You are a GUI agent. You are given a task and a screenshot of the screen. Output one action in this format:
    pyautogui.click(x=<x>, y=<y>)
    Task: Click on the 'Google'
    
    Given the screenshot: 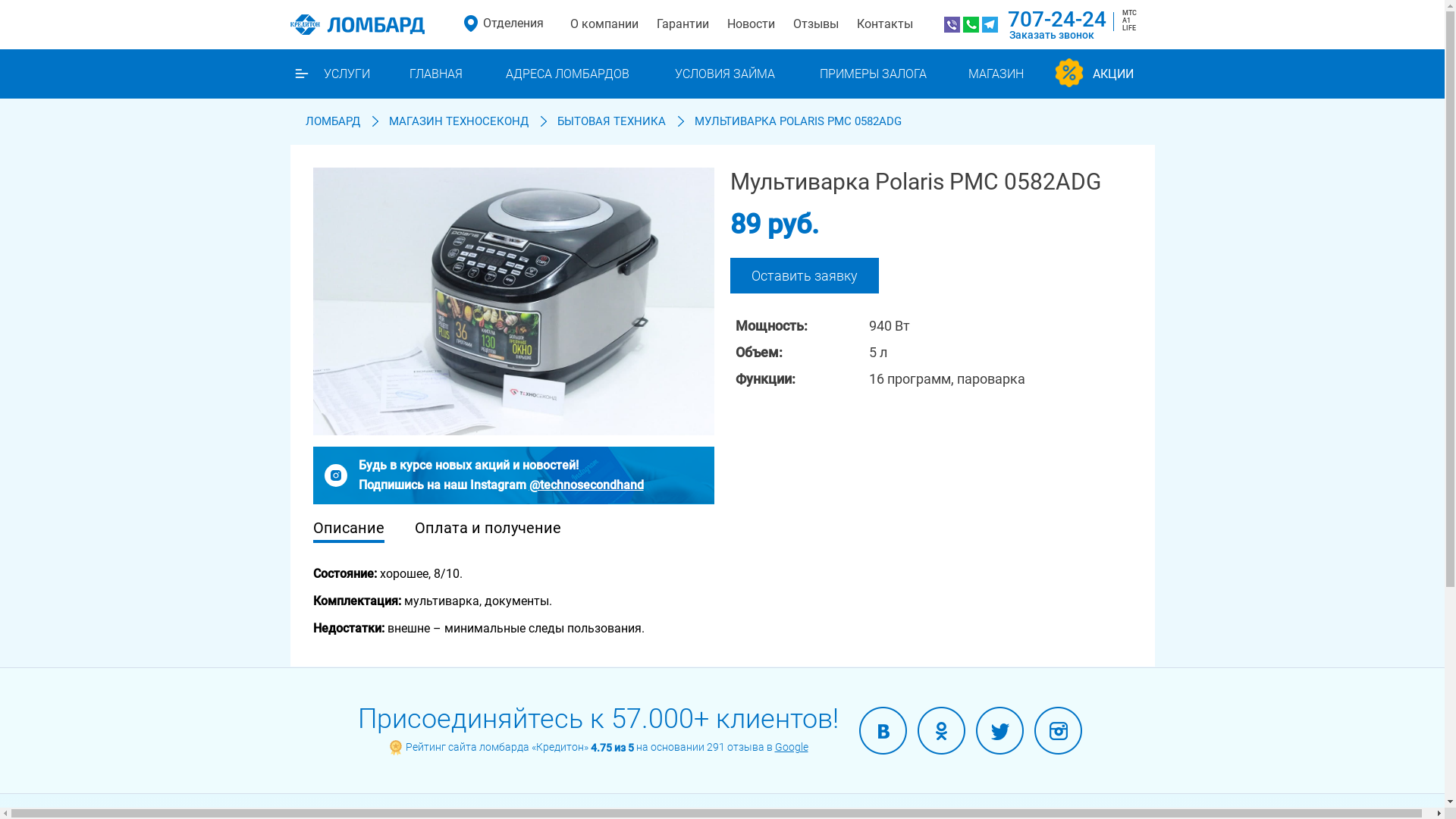 What is the action you would take?
    pyautogui.click(x=790, y=745)
    